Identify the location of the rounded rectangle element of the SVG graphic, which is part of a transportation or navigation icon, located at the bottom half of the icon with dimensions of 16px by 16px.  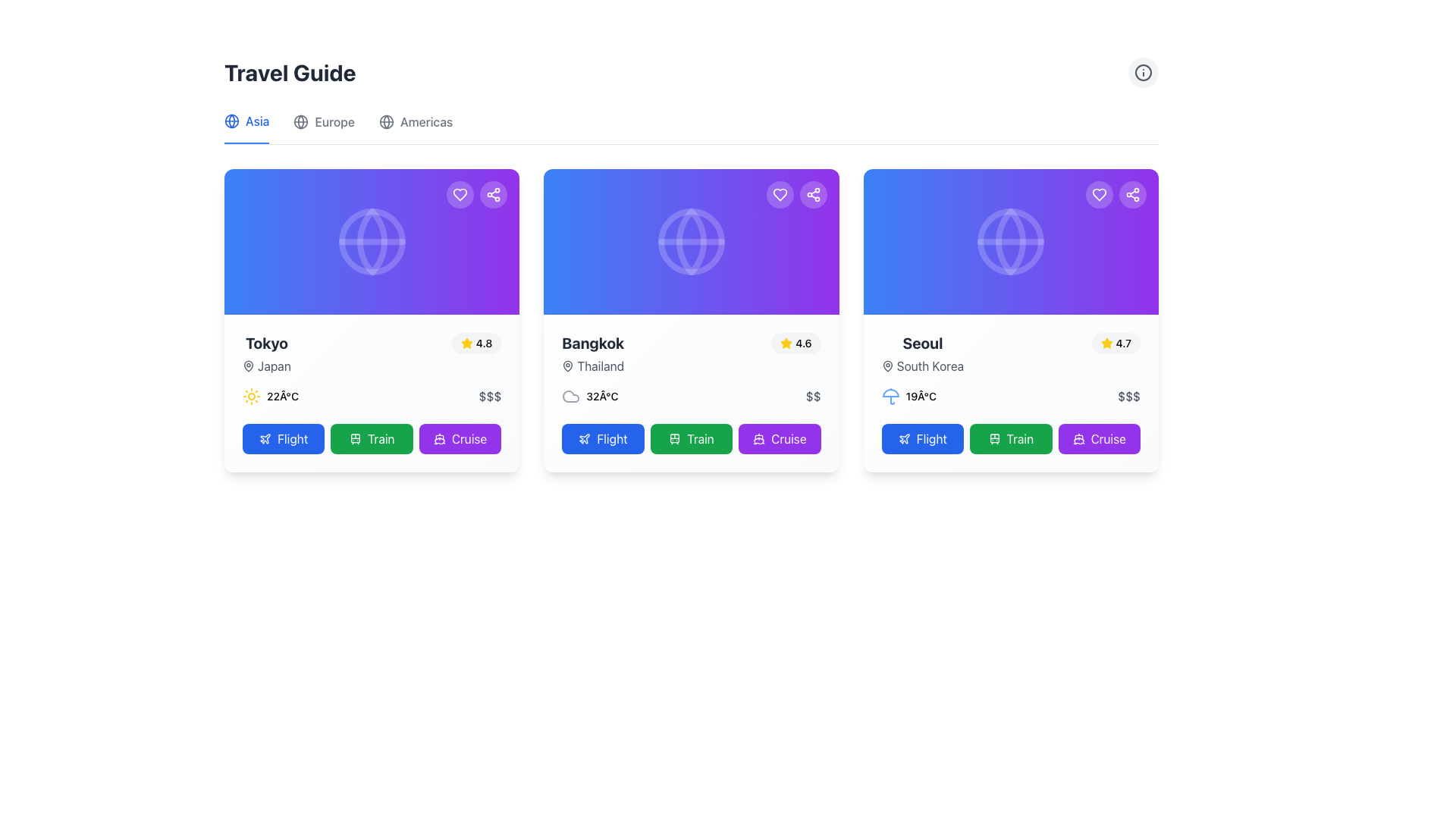
(994, 438).